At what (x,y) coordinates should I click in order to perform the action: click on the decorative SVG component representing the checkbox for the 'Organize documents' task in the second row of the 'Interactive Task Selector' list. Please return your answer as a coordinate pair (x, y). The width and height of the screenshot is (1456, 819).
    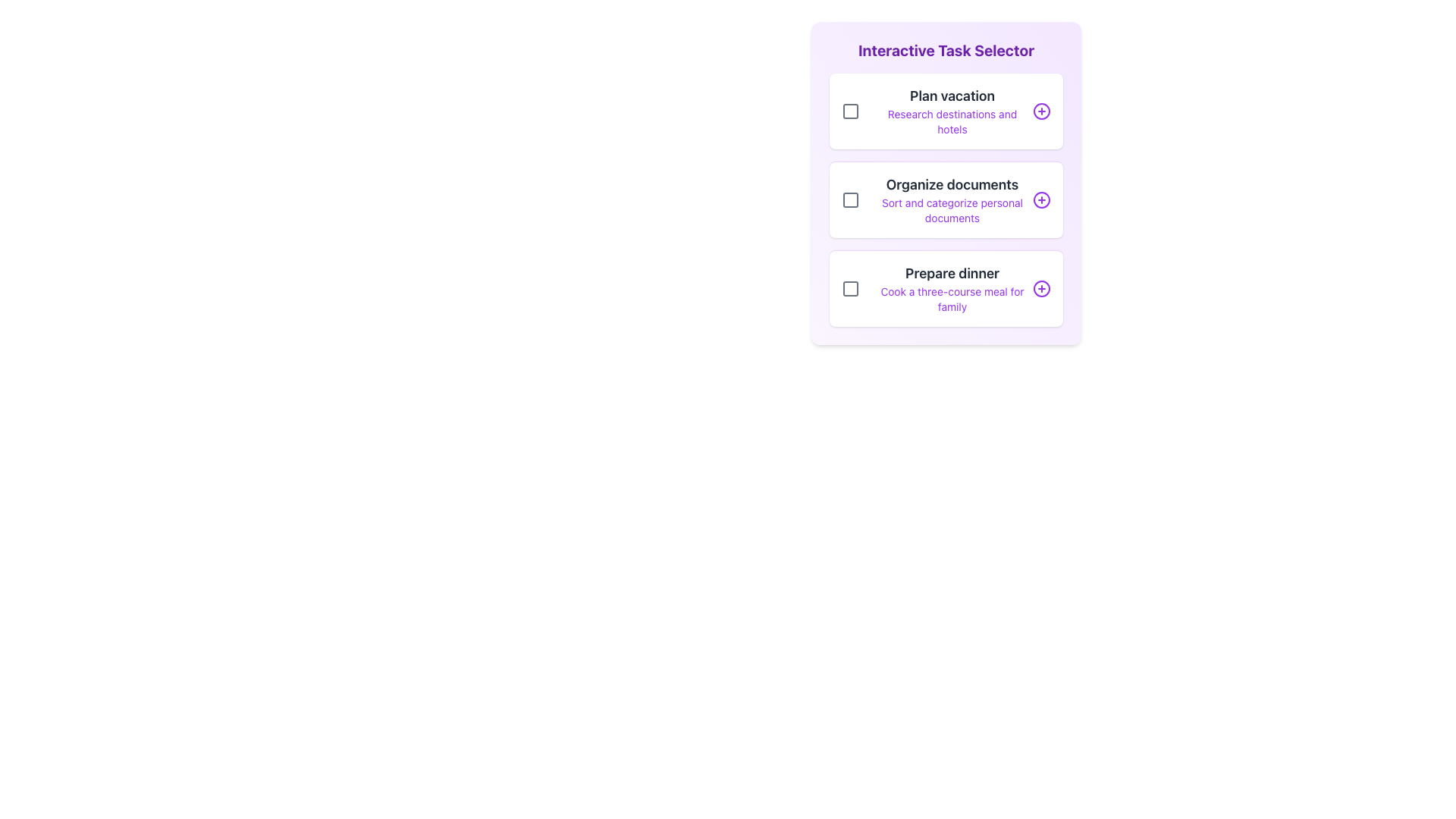
    Looking at the image, I should click on (851, 199).